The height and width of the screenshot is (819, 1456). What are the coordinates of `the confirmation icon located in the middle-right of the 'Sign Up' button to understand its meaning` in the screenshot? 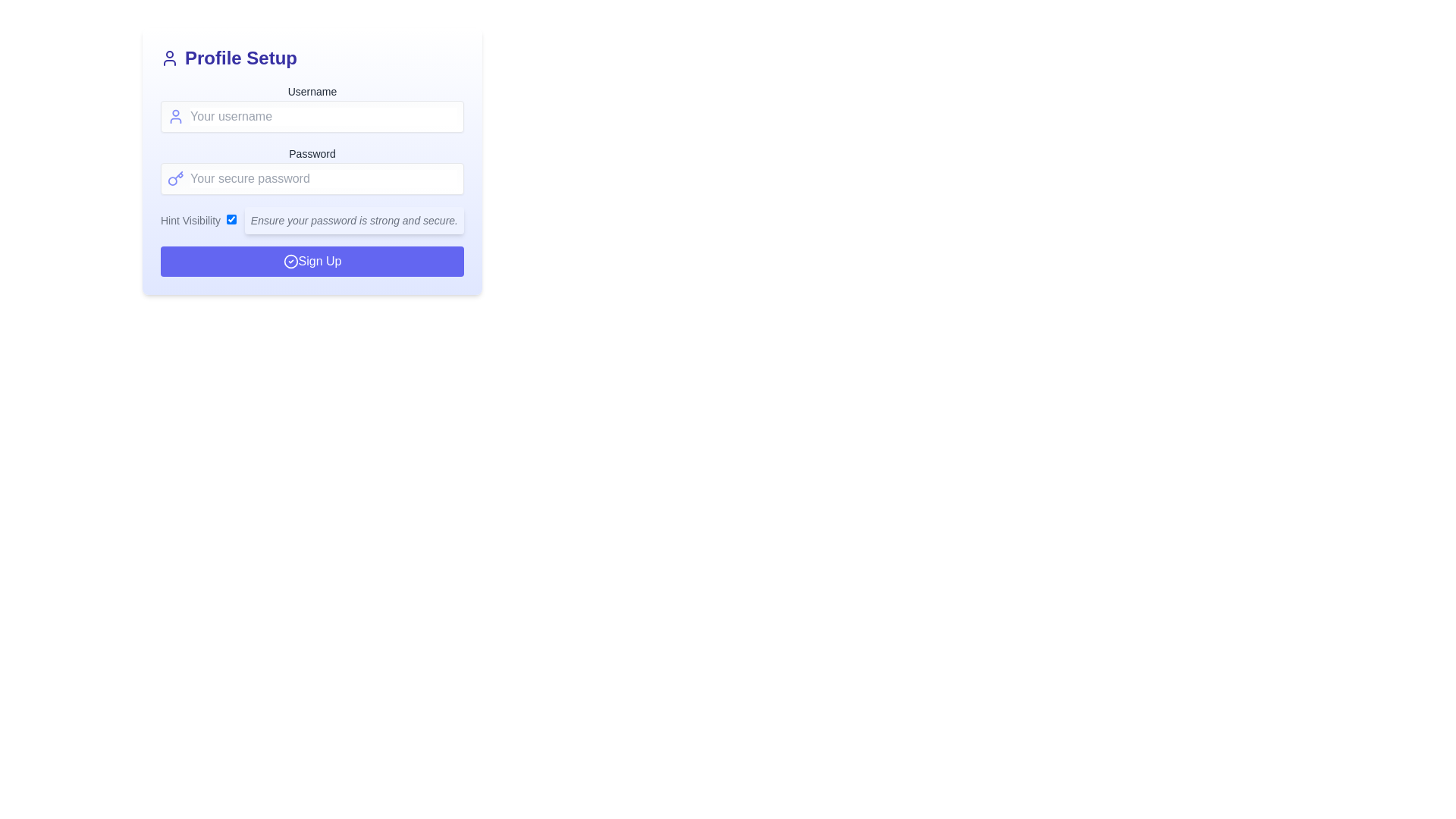 It's located at (290, 260).